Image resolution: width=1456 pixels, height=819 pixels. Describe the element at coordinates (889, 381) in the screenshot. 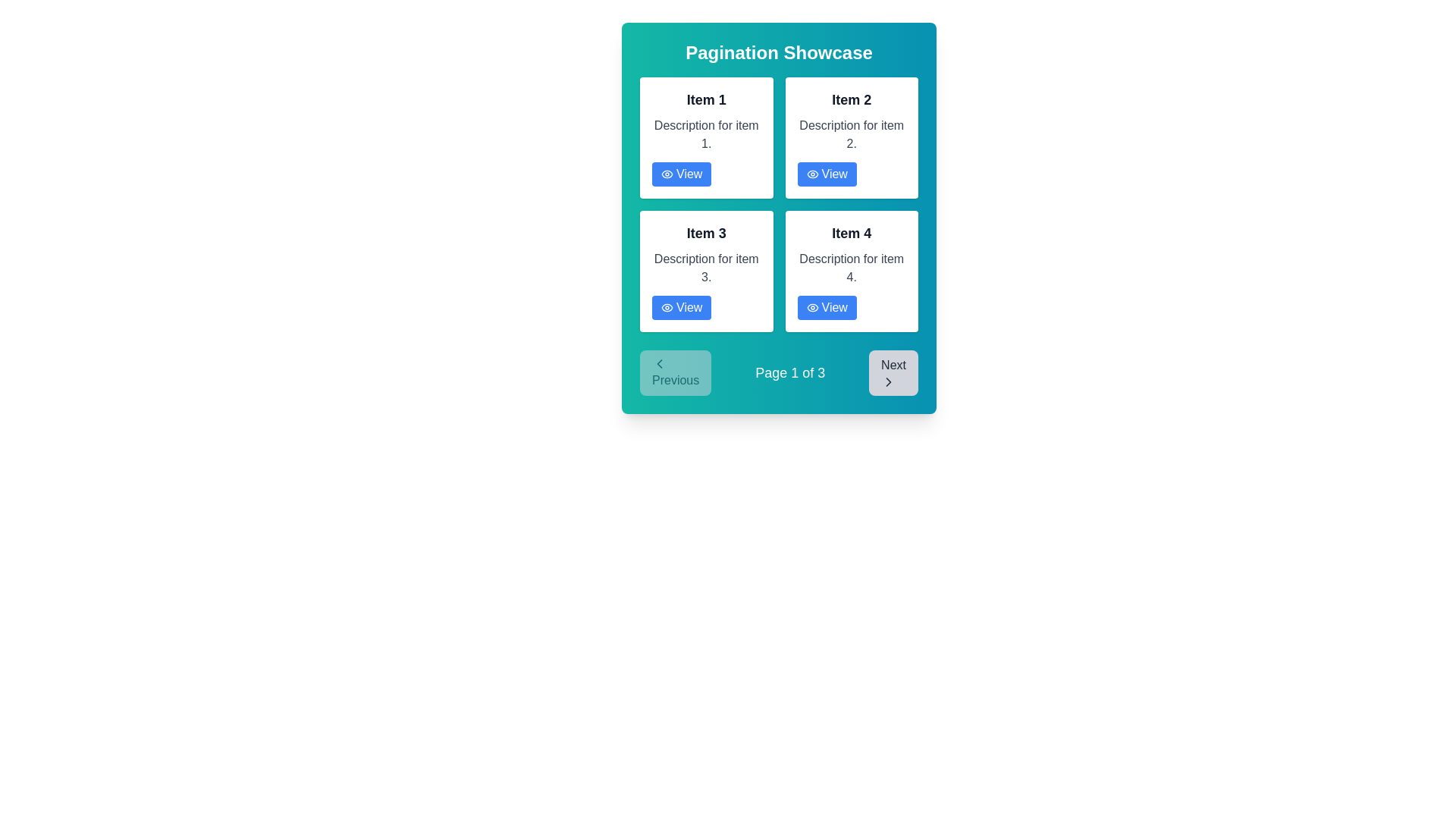

I see `the 'Next' button icon, which symbolizes advancing or moving forward, located at the lower right corner of the pagination section` at that location.